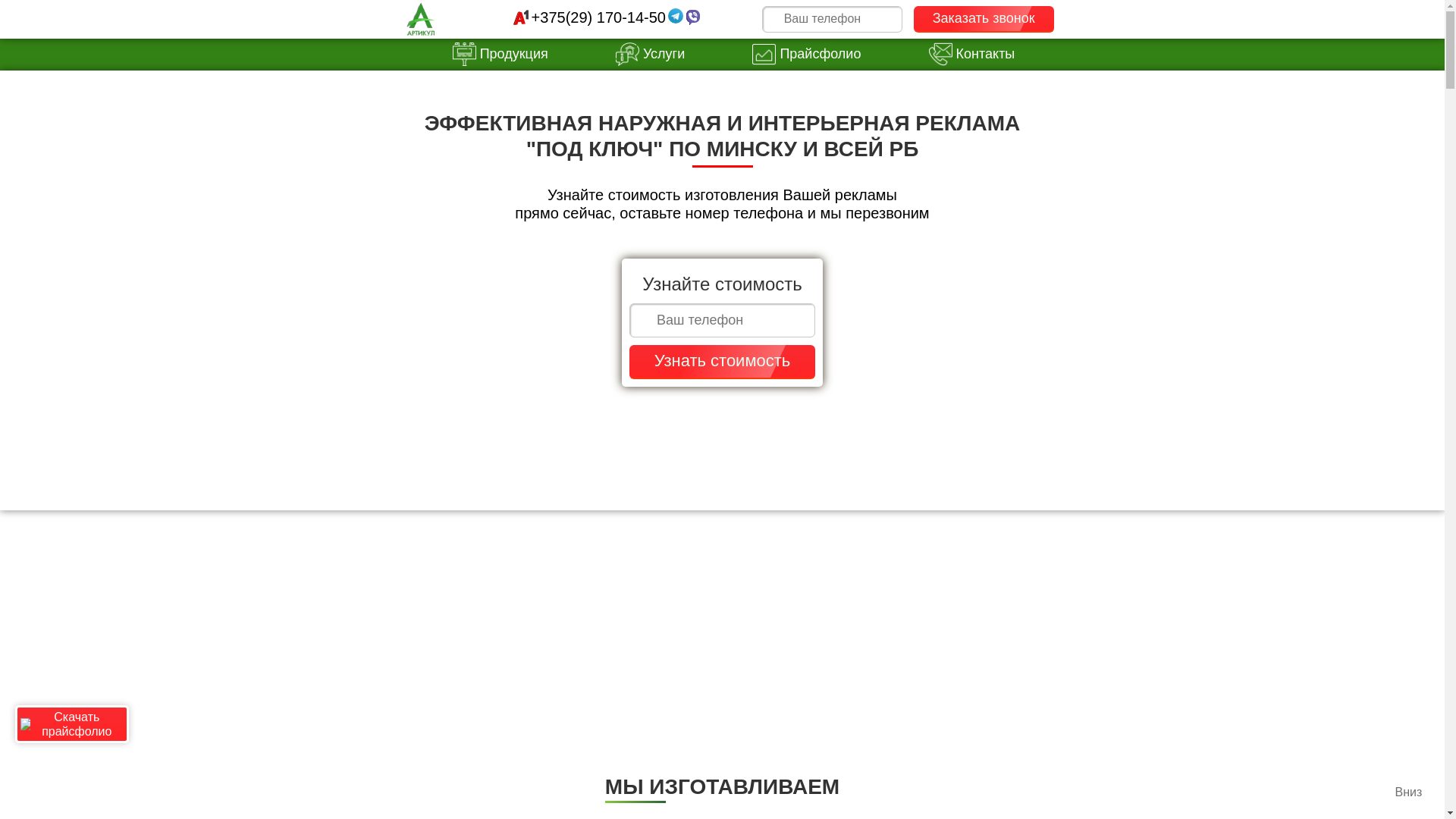 The width and height of the screenshot is (1456, 819). I want to click on '+375(29) 170-14-50', so click(598, 17).